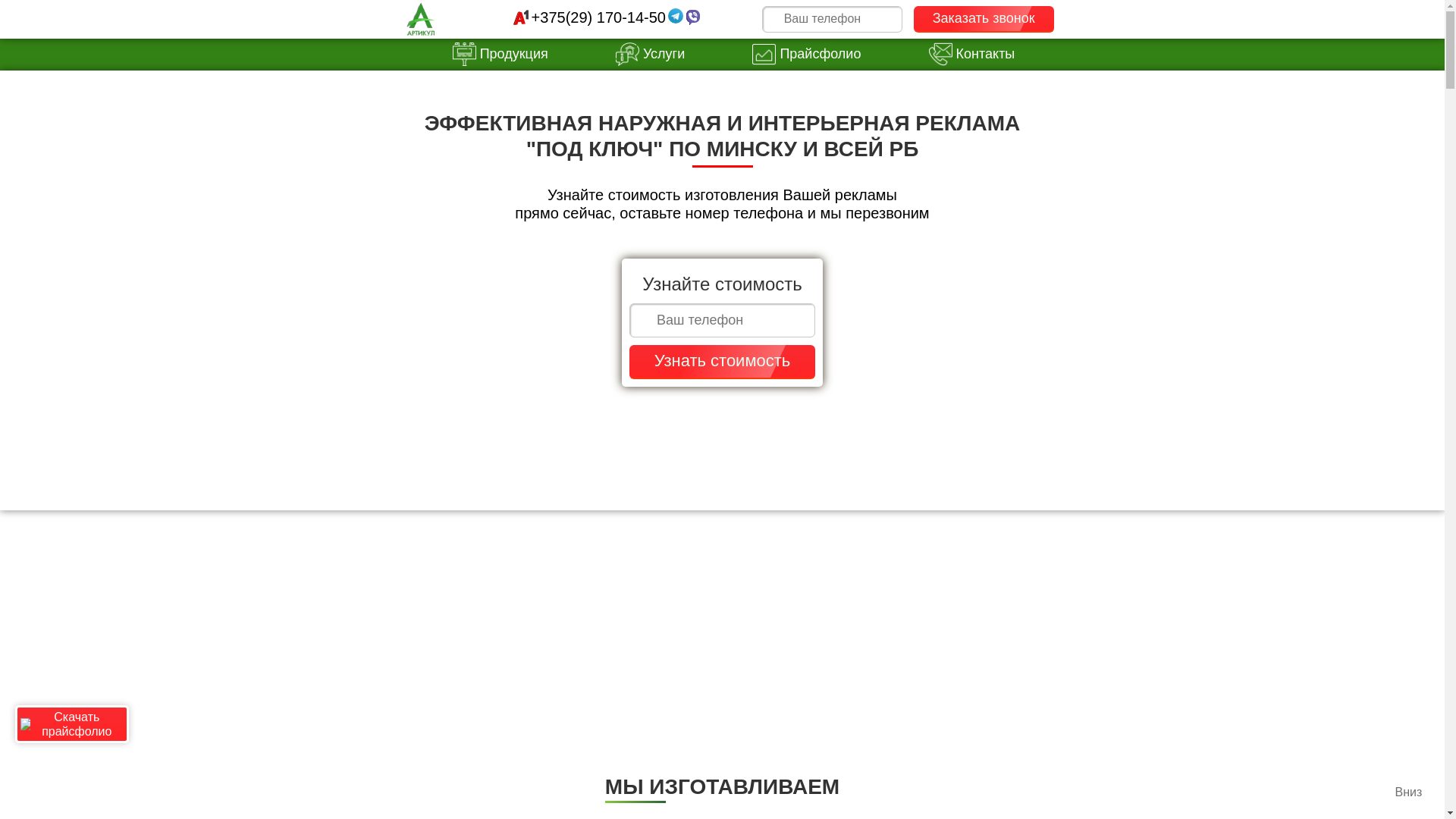 The width and height of the screenshot is (1456, 819). I want to click on '+375(29) 170-14-50', so click(598, 17).